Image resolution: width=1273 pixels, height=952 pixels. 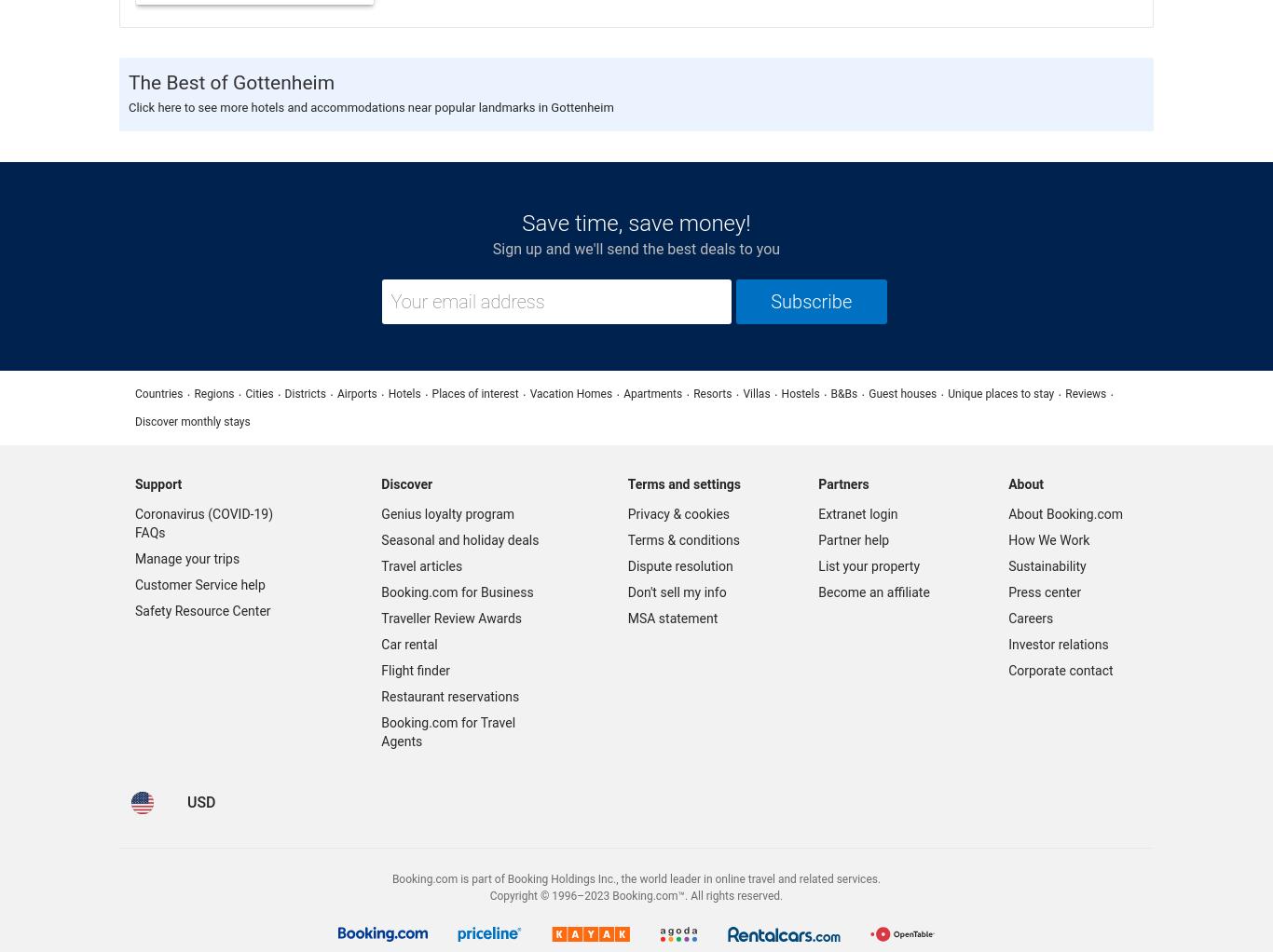 What do you see at coordinates (459, 539) in the screenshot?
I see `'Seasonal and holiday deals'` at bounding box center [459, 539].